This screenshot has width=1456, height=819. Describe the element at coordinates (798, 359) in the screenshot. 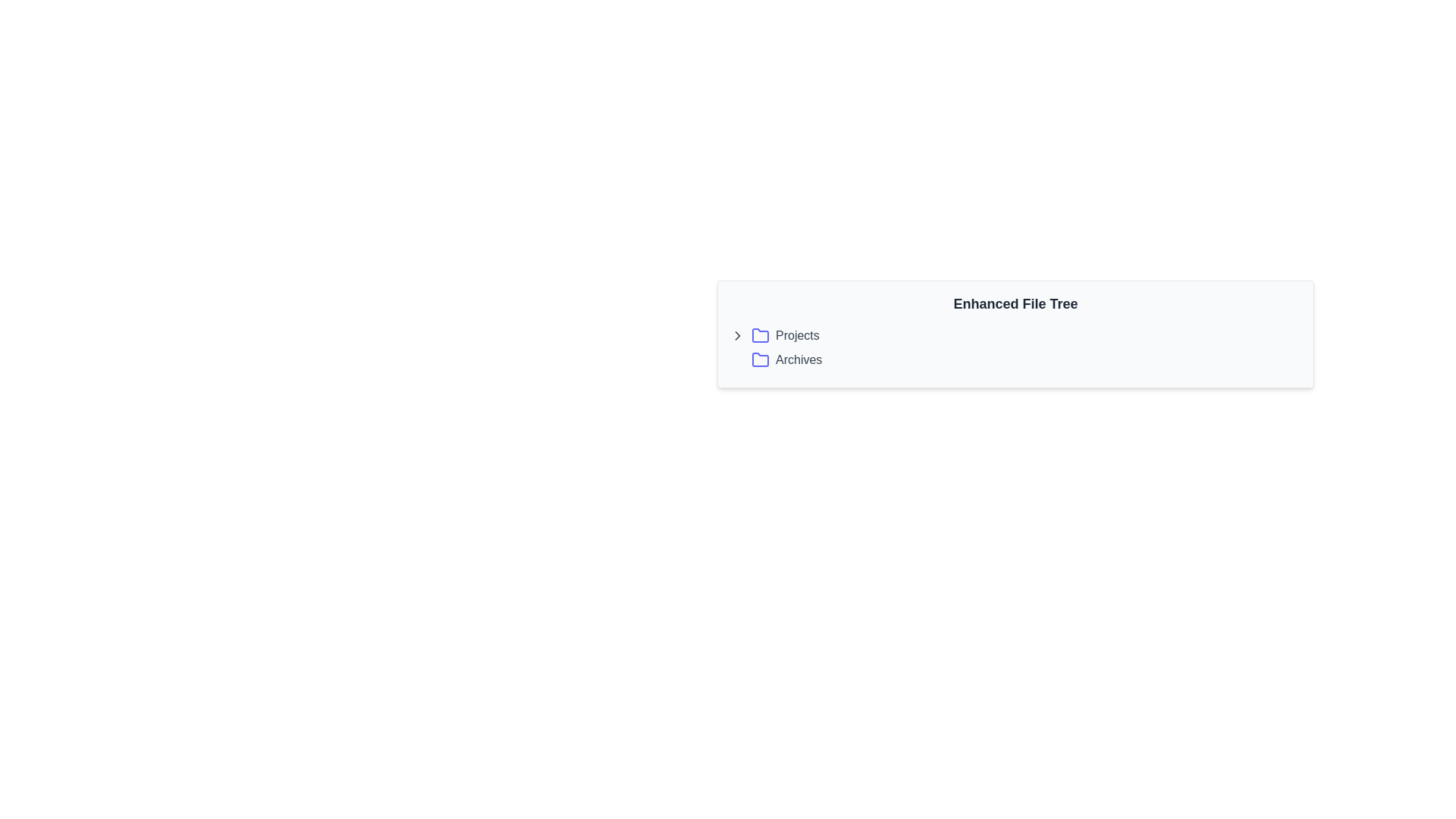

I see `text label 'Archives' which is styled in medium-weight font, positioned in the second row of the file tree interface, adjacent to a folder icon` at that location.